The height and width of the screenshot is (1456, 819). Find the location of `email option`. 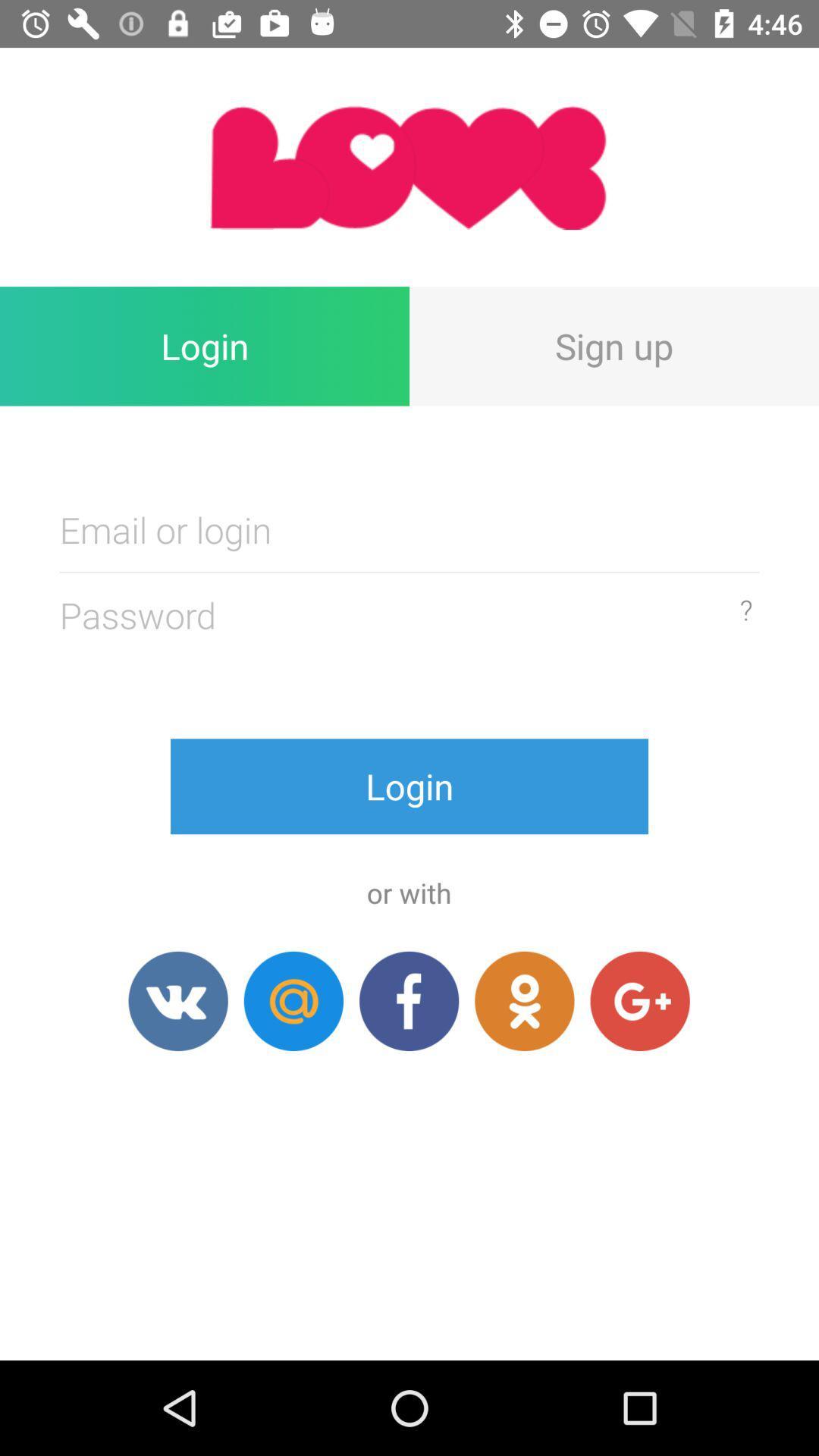

email option is located at coordinates (293, 1001).